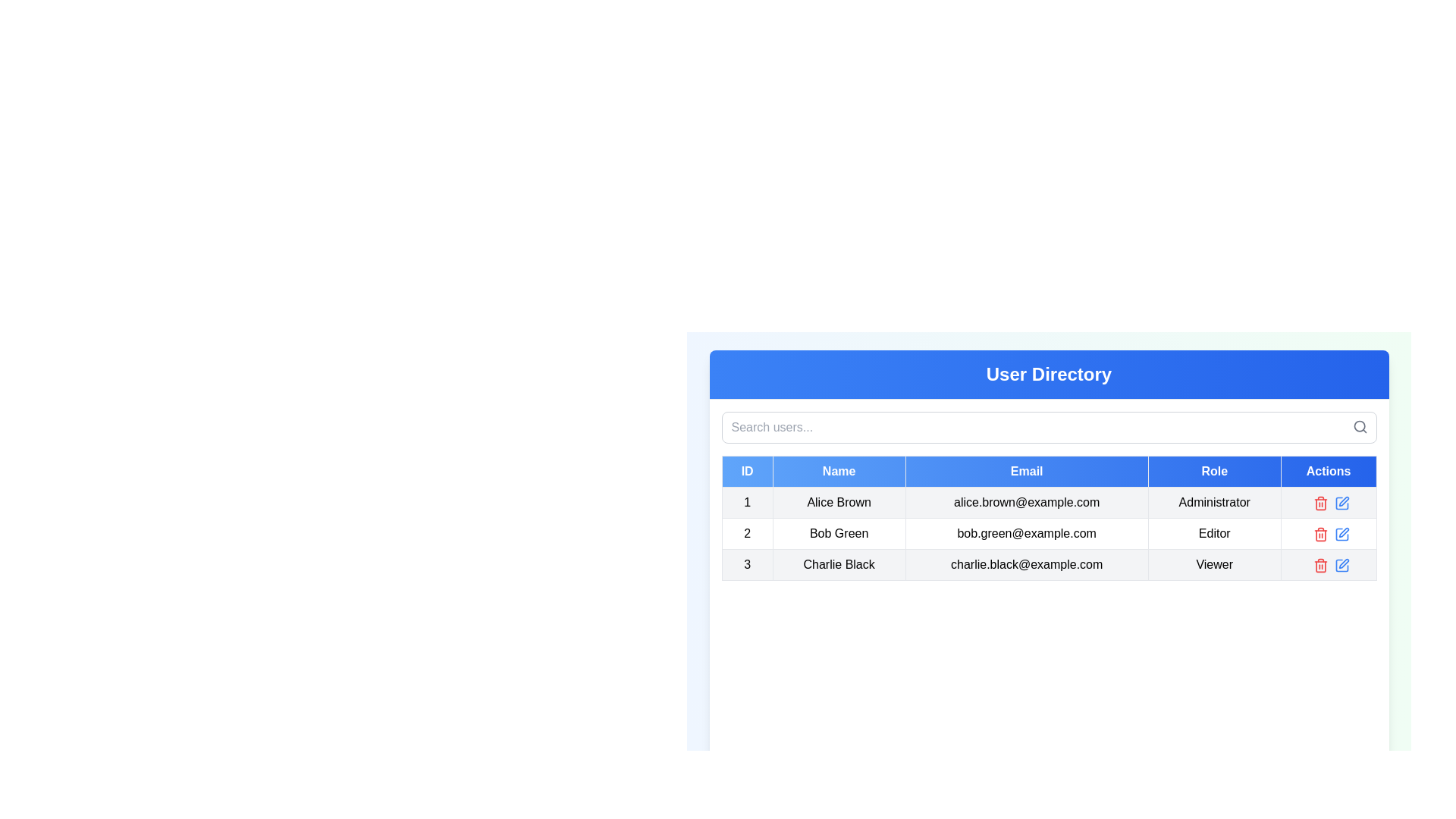  I want to click on the trash can icon in the Actions column of the second row of the User Directory table, so click(1320, 533).